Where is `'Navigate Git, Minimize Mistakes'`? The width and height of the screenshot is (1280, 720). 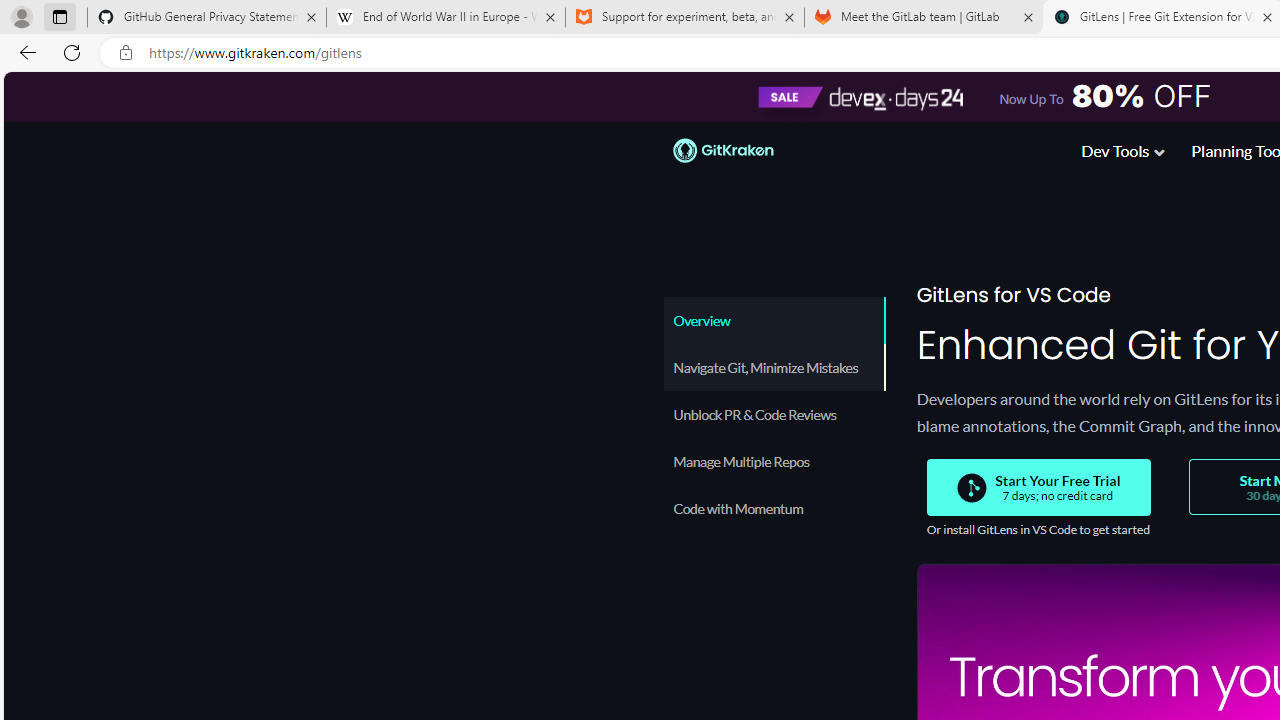
'Navigate Git, Minimize Mistakes' is located at coordinates (773, 367).